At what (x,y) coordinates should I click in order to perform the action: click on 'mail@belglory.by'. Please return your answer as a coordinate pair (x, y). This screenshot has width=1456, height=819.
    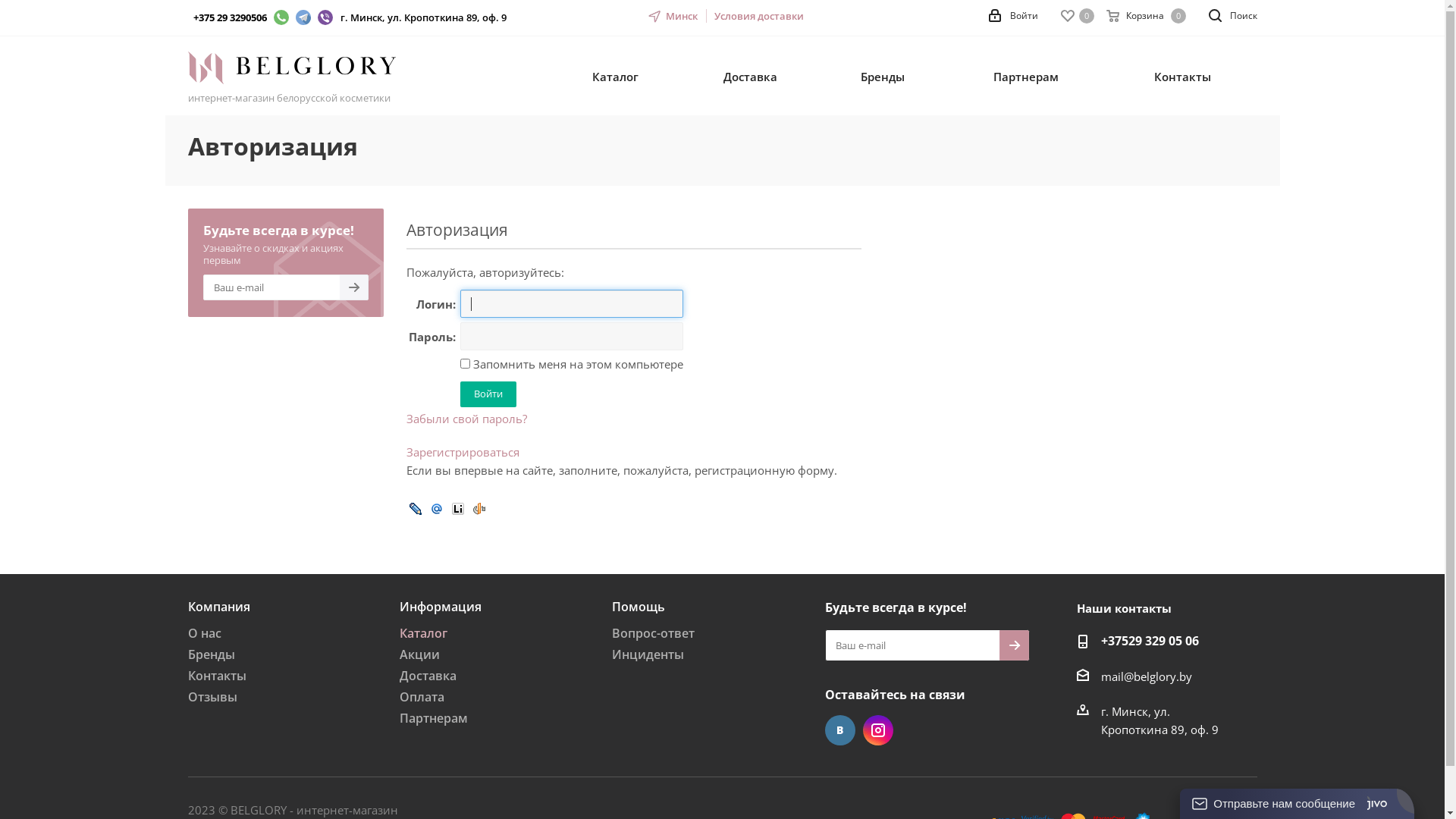
    Looking at the image, I should click on (1100, 675).